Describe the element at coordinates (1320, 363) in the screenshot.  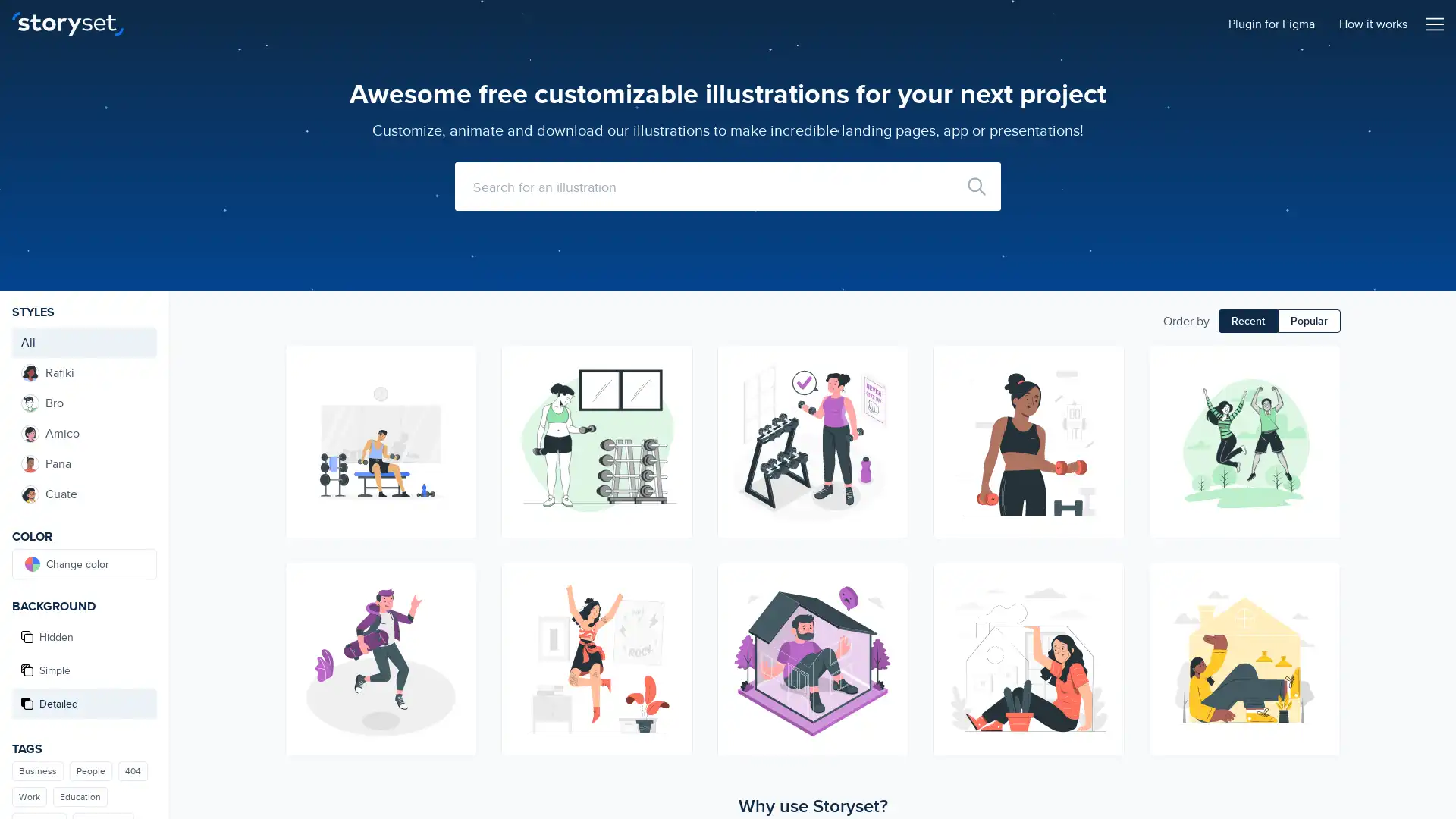
I see `wand icon Animate` at that location.